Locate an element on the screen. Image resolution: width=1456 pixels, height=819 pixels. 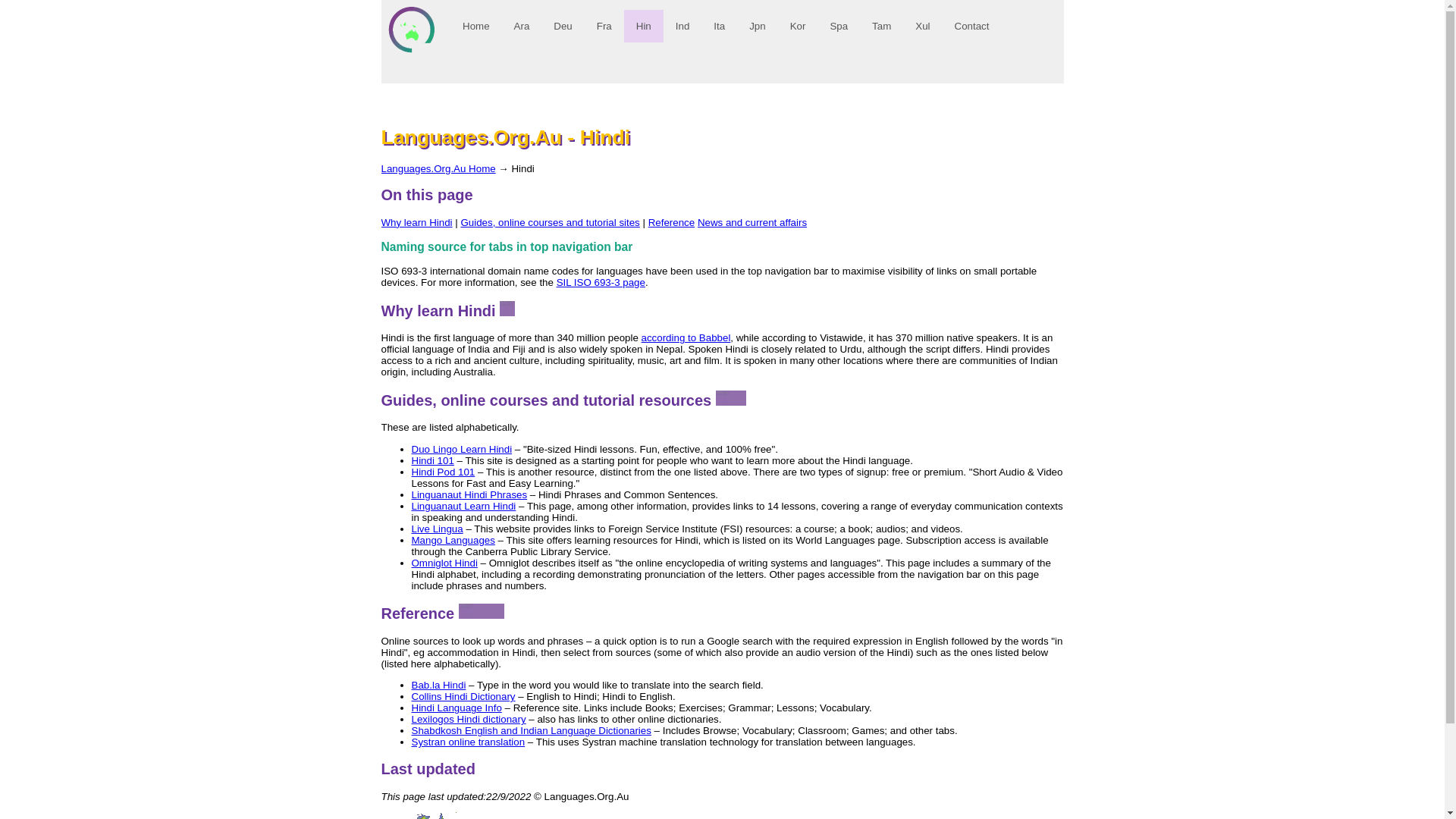
'Omniglot Hindi' is located at coordinates (411, 563).